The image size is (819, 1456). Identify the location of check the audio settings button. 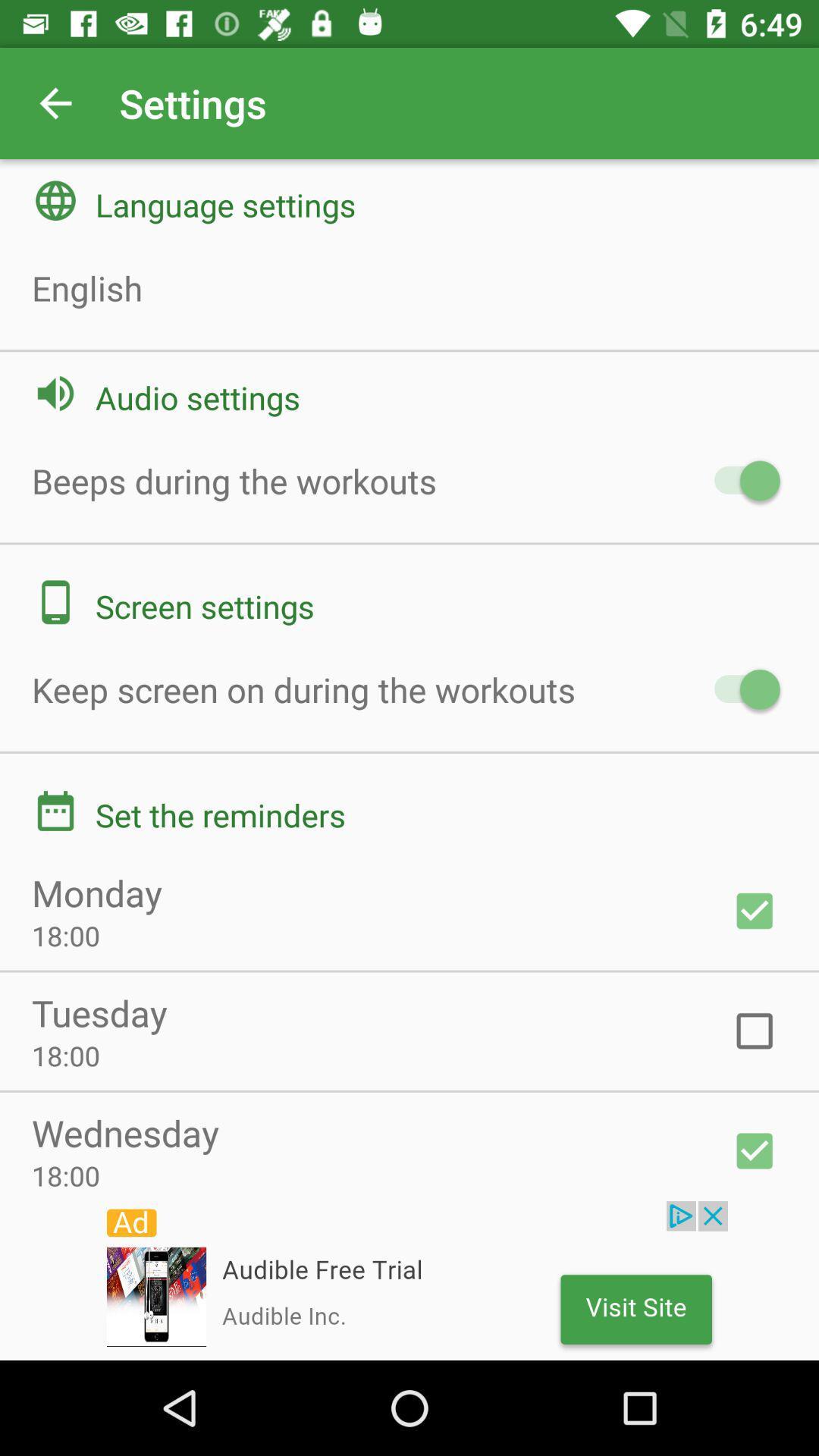
(739, 480).